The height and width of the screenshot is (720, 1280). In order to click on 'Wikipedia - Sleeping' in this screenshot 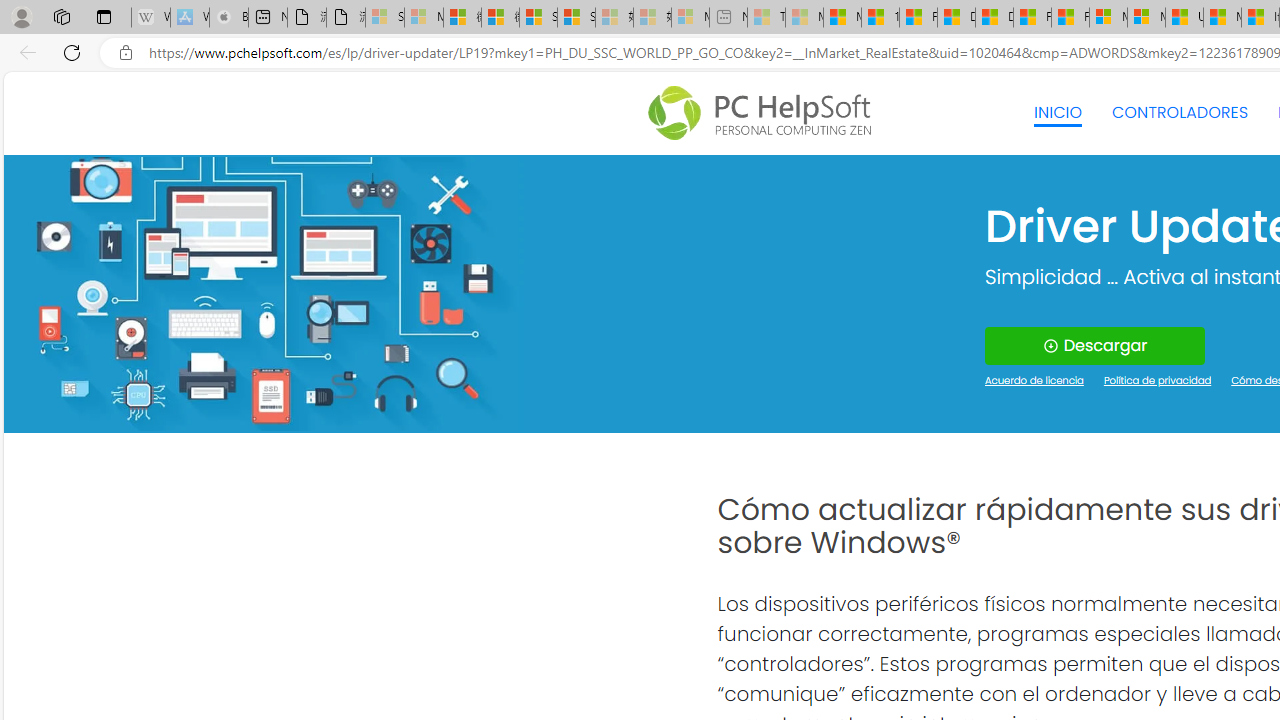, I will do `click(150, 17)`.